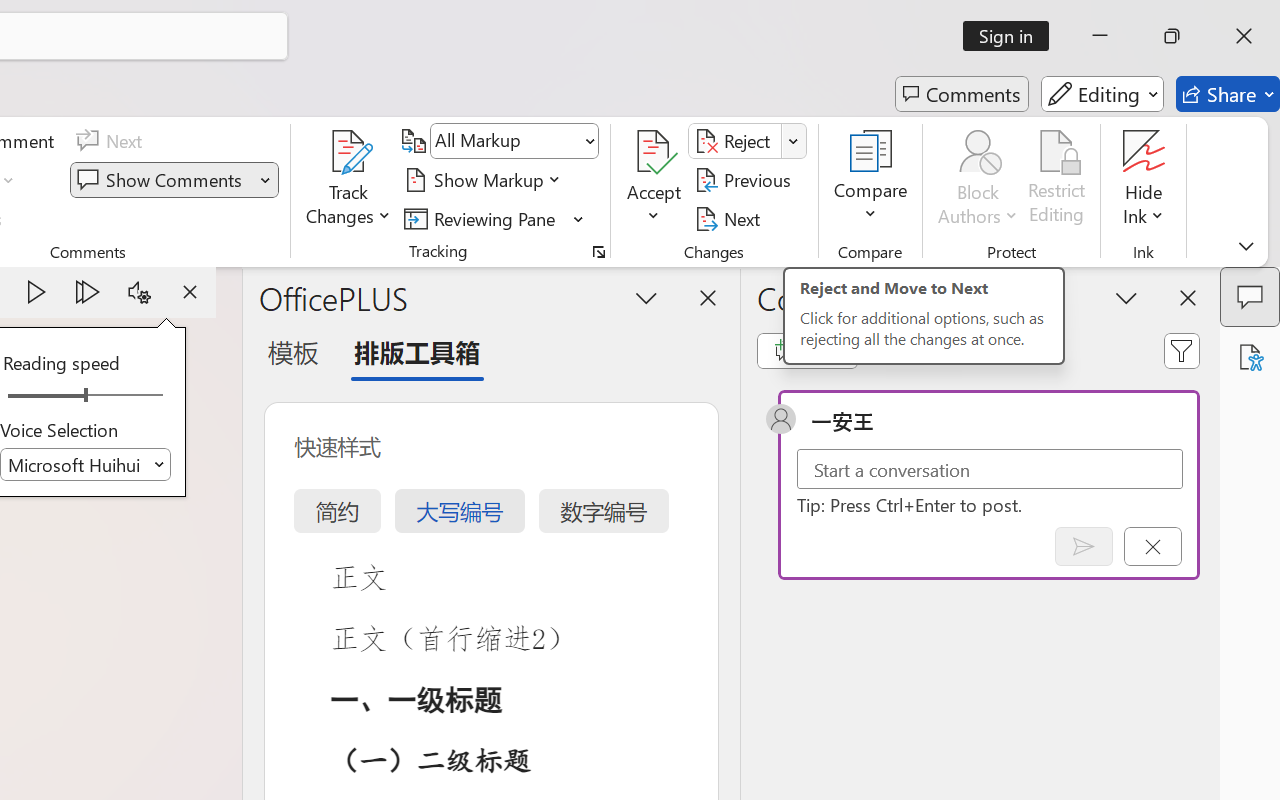 This screenshot has height=800, width=1280. I want to click on 'Previous', so click(745, 179).